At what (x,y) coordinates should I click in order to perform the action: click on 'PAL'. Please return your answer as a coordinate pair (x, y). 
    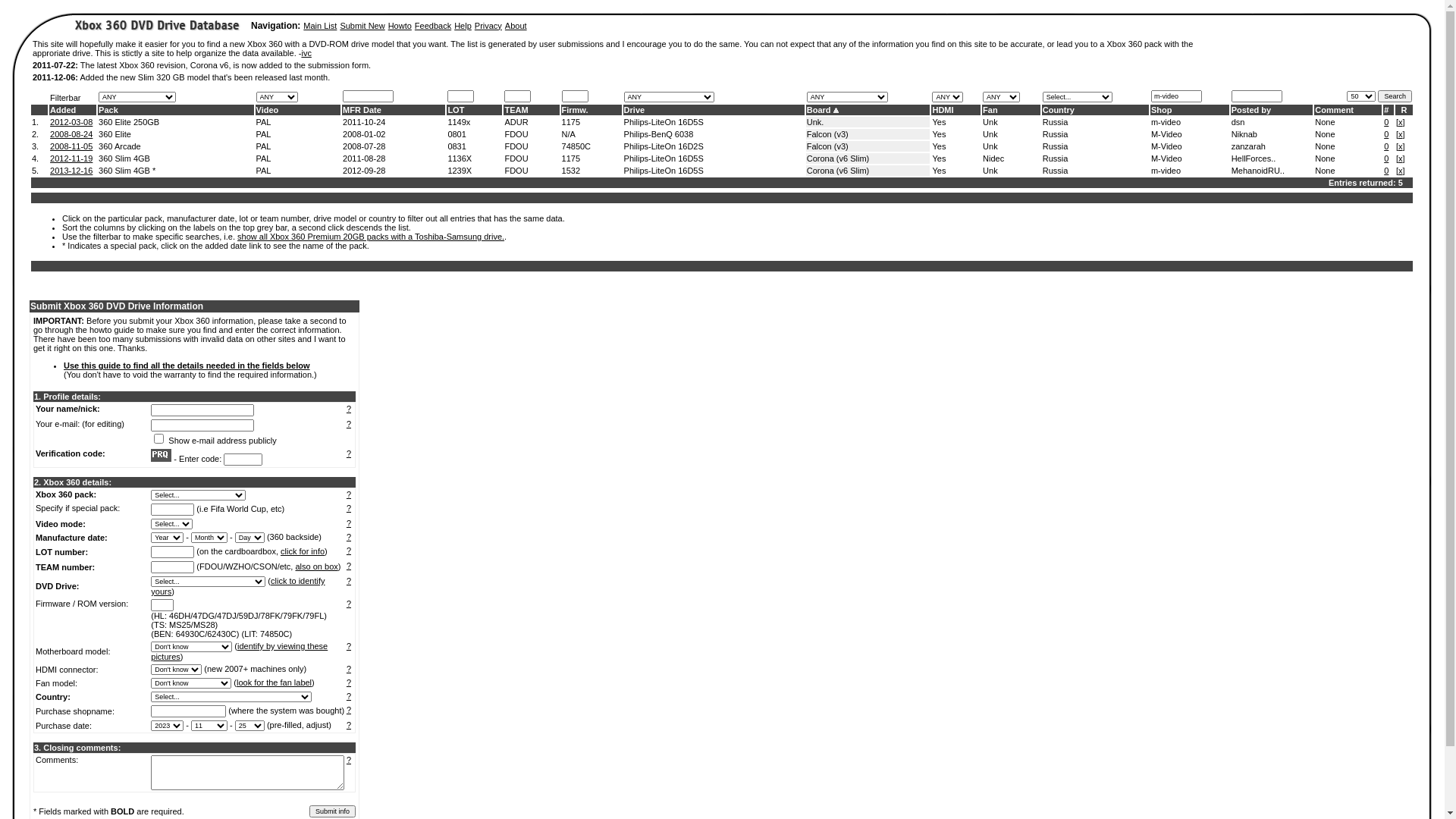
    Looking at the image, I should click on (264, 158).